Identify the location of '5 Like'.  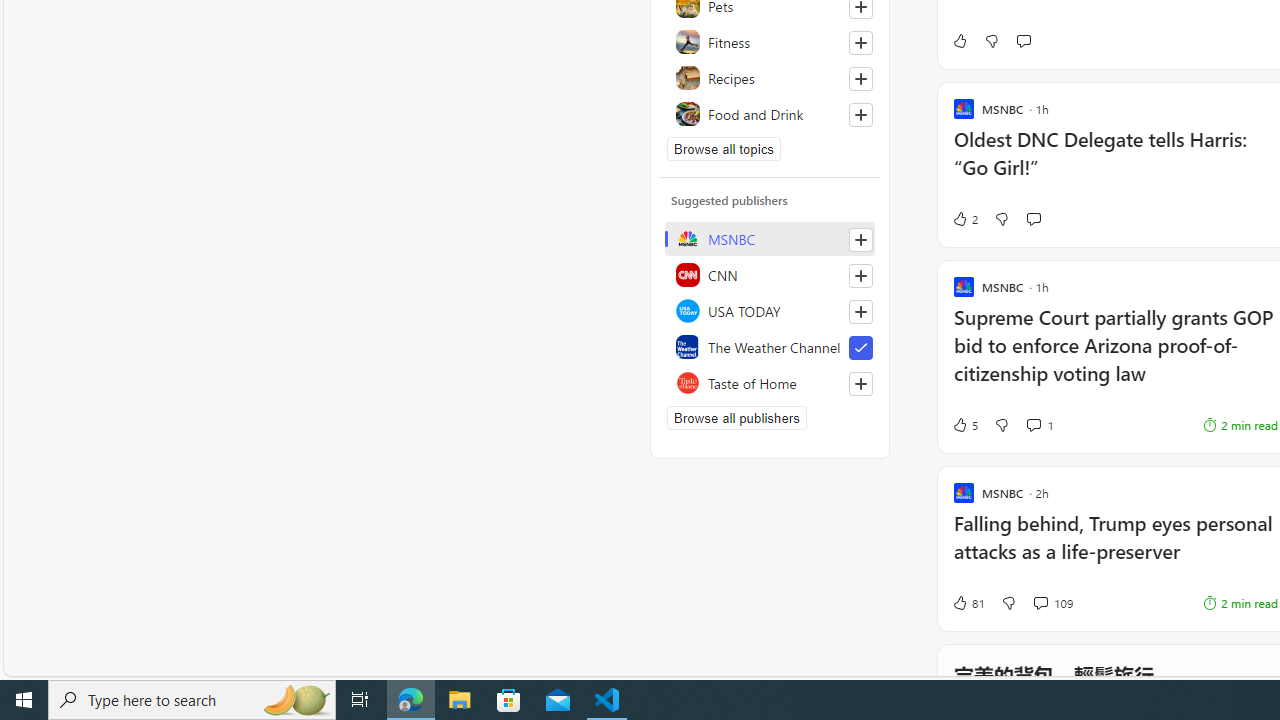
(964, 424).